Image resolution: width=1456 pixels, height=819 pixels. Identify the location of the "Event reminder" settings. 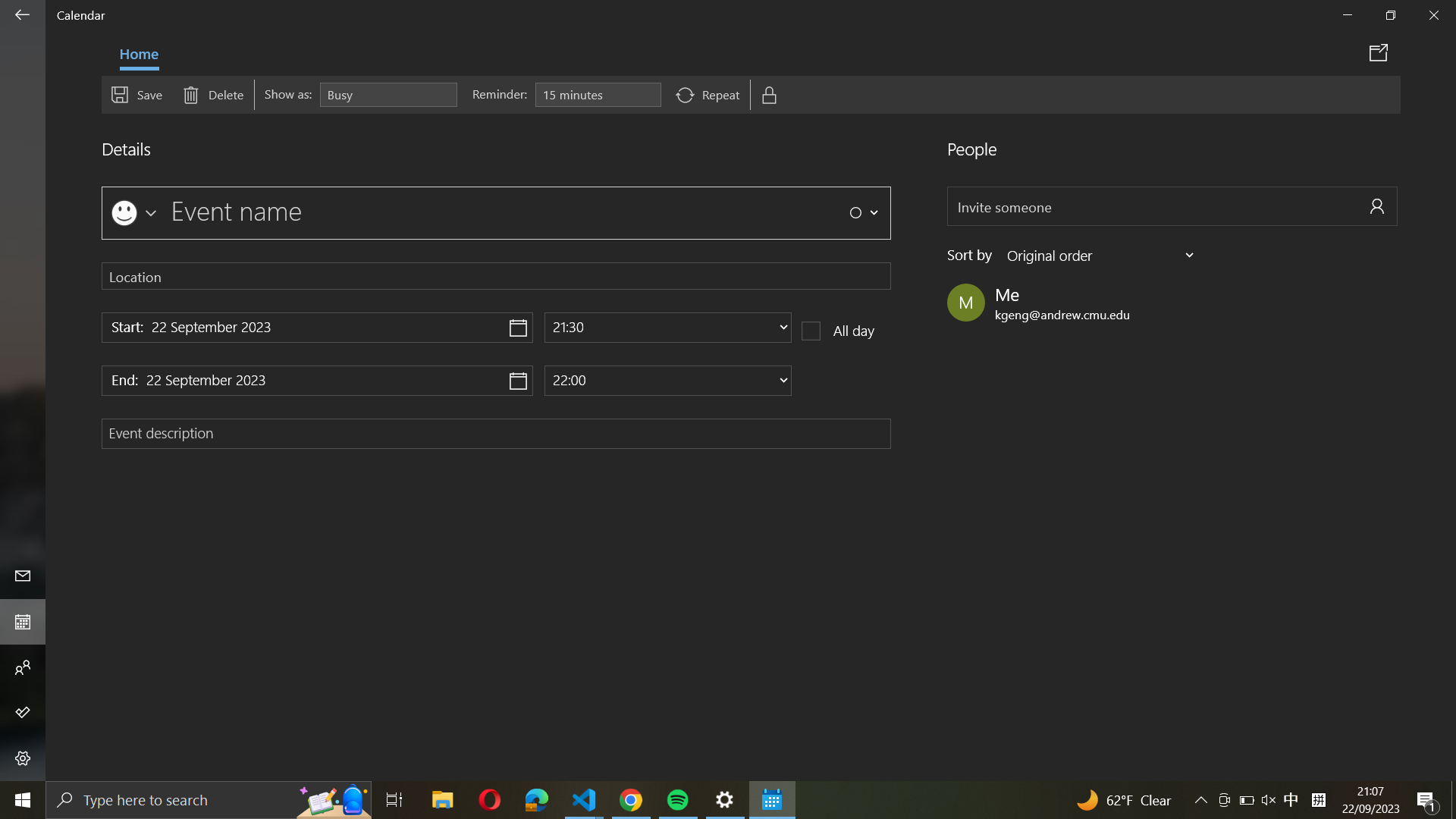
(597, 95).